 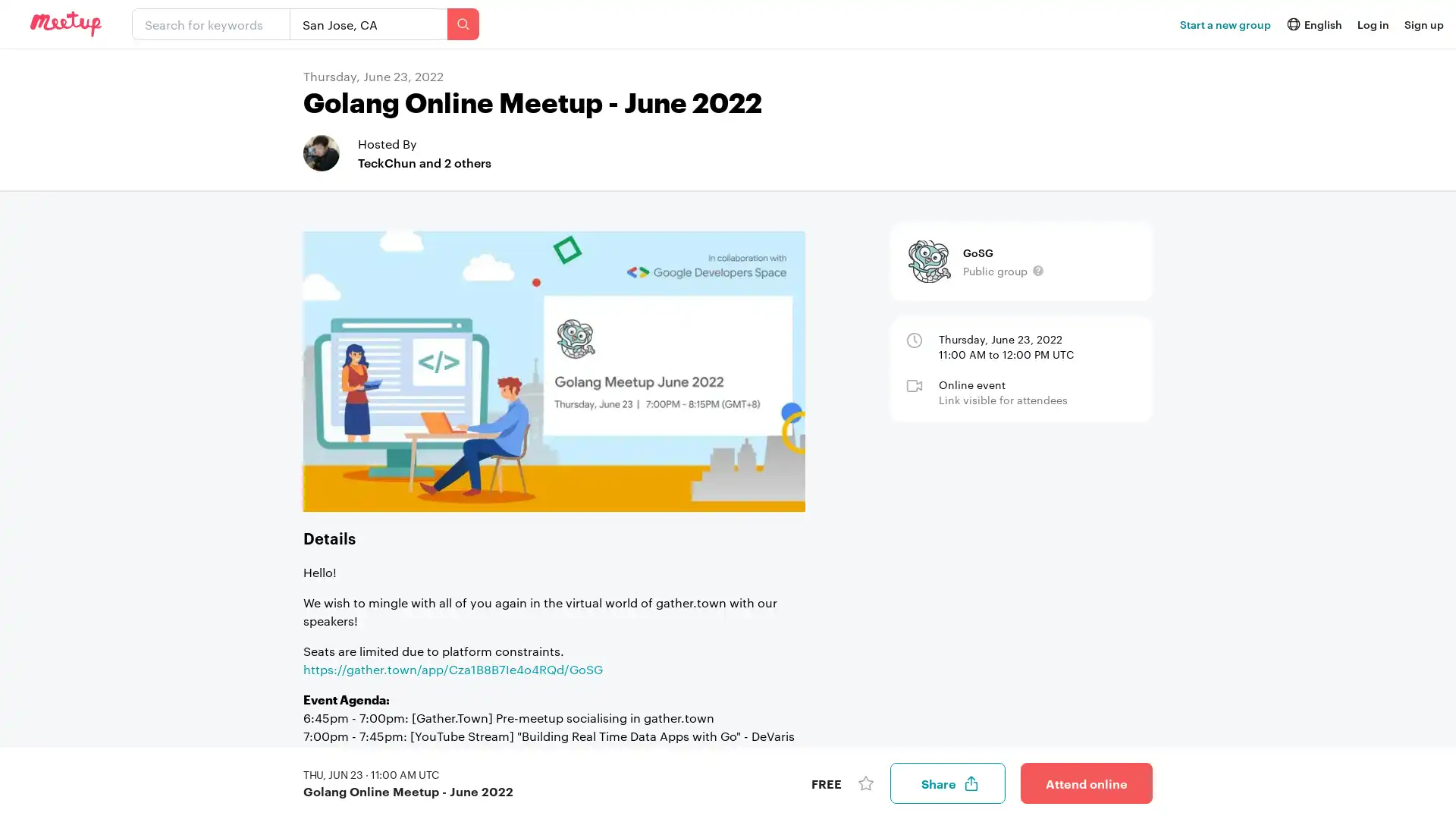 What do you see at coordinates (1086, 783) in the screenshot?
I see `Attend online` at bounding box center [1086, 783].